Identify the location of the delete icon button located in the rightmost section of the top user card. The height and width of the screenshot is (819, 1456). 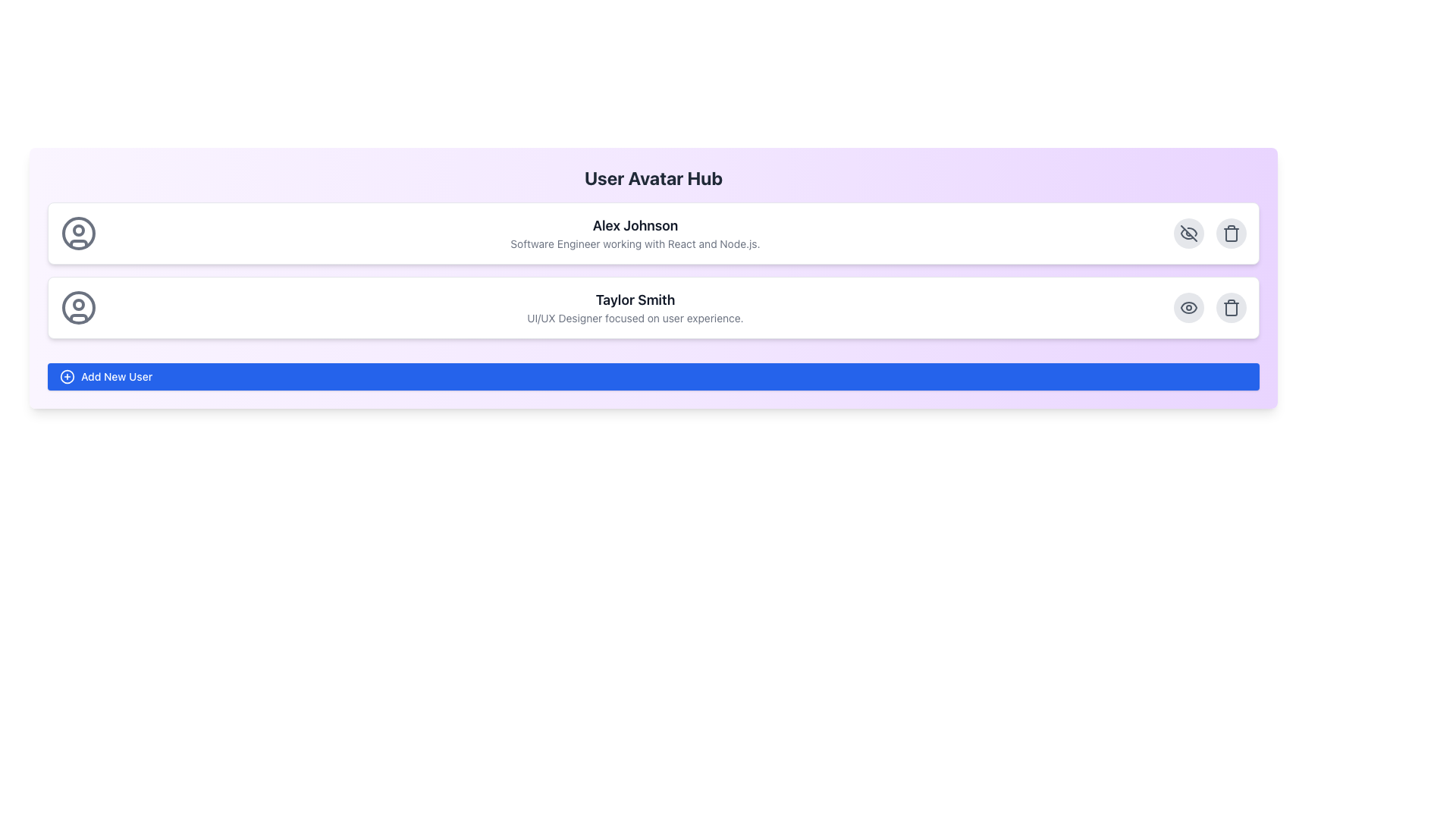
(1231, 234).